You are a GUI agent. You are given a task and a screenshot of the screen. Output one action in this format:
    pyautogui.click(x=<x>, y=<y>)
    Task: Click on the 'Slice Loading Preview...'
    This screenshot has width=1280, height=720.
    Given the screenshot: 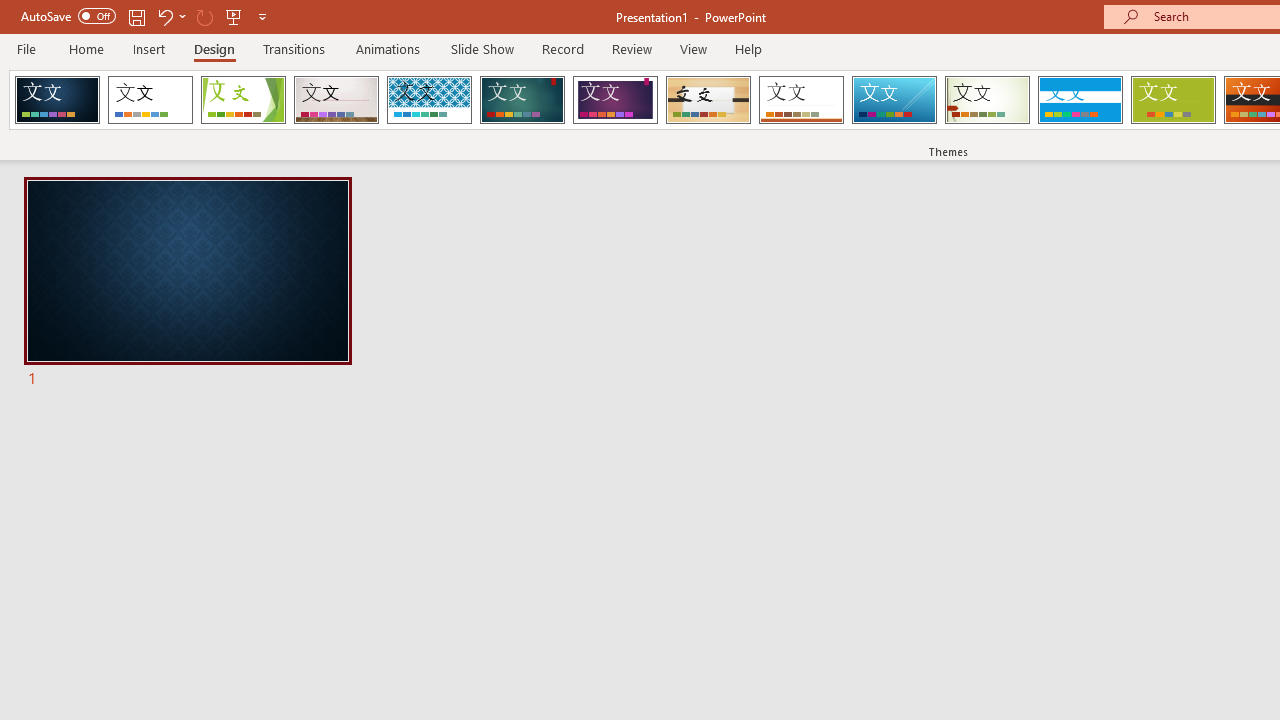 What is the action you would take?
    pyautogui.click(x=893, y=100)
    